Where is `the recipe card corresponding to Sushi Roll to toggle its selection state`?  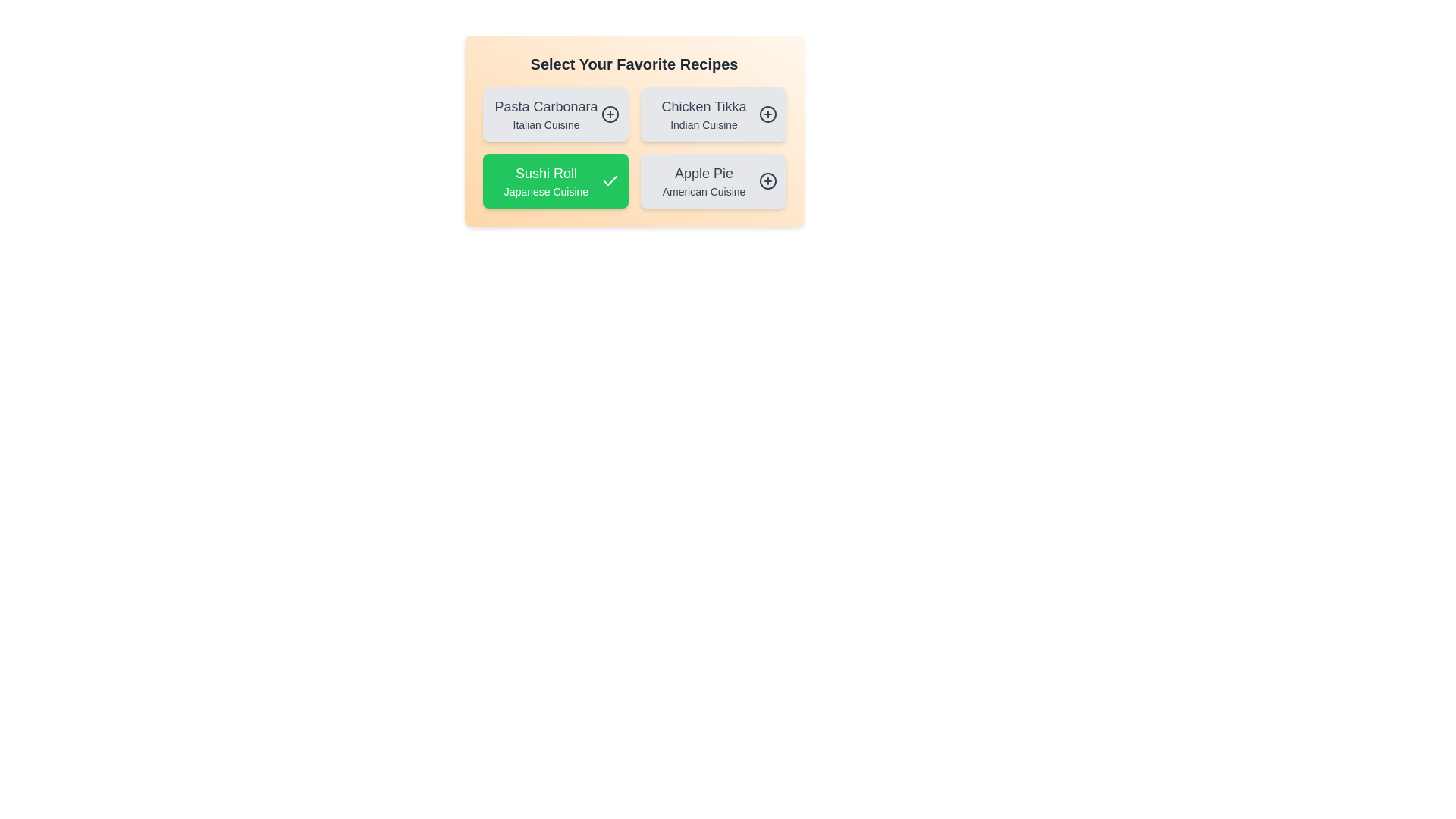
the recipe card corresponding to Sushi Roll to toggle its selection state is located at coordinates (554, 180).